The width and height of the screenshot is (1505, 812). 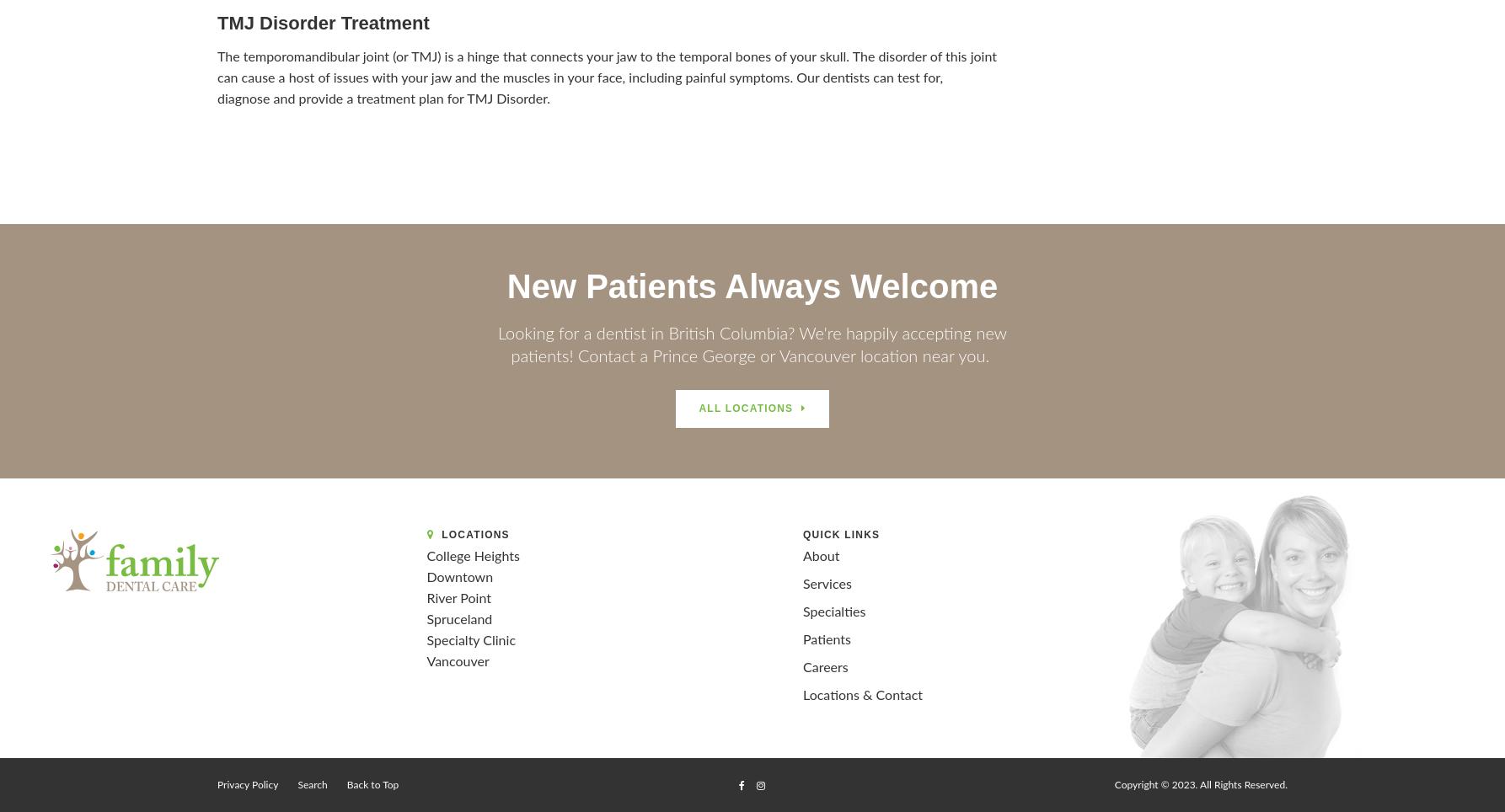 I want to click on 'TMJ Disorder Treatment', so click(x=323, y=21).